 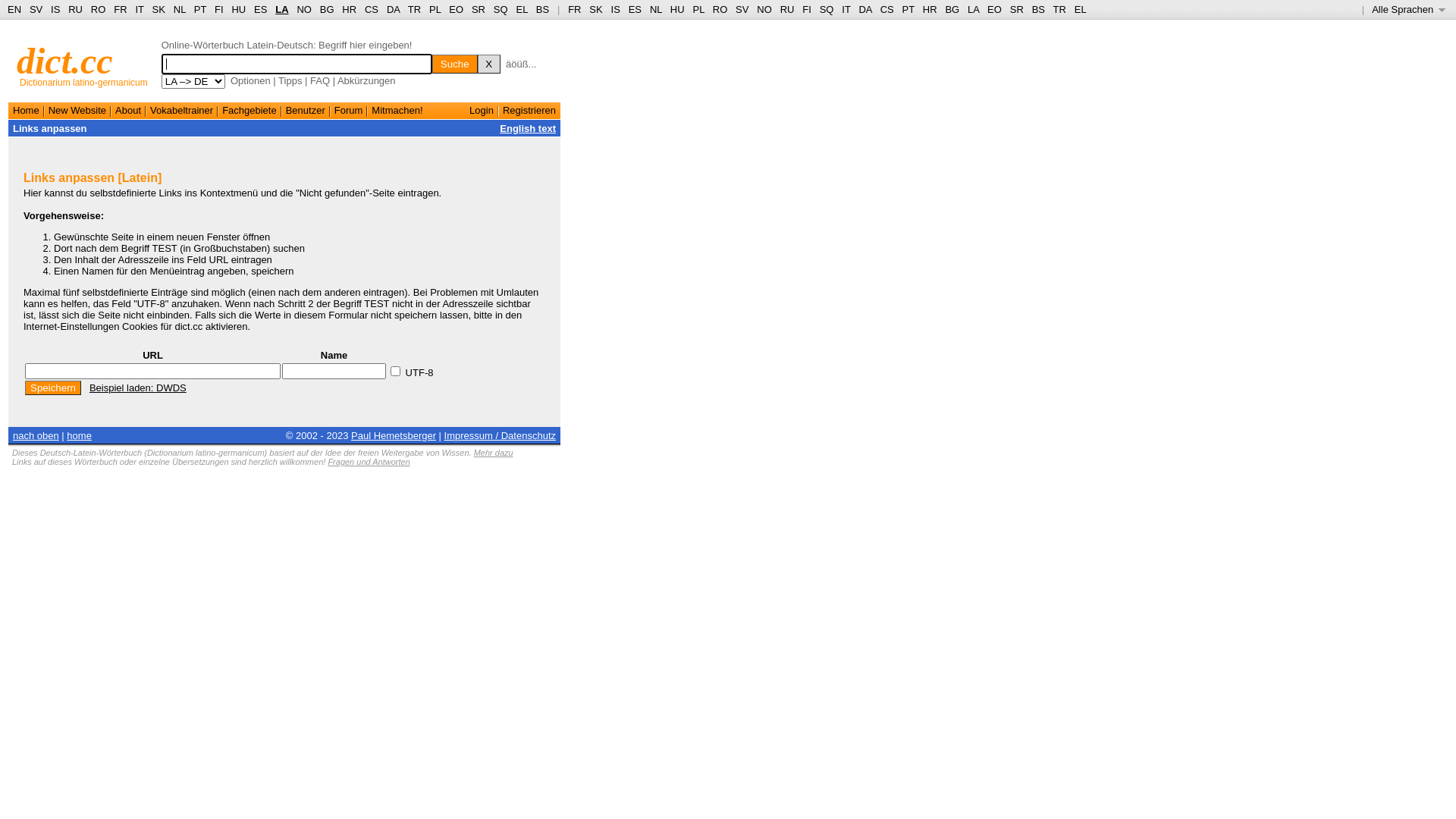 I want to click on 'FR', so click(x=573, y=9).